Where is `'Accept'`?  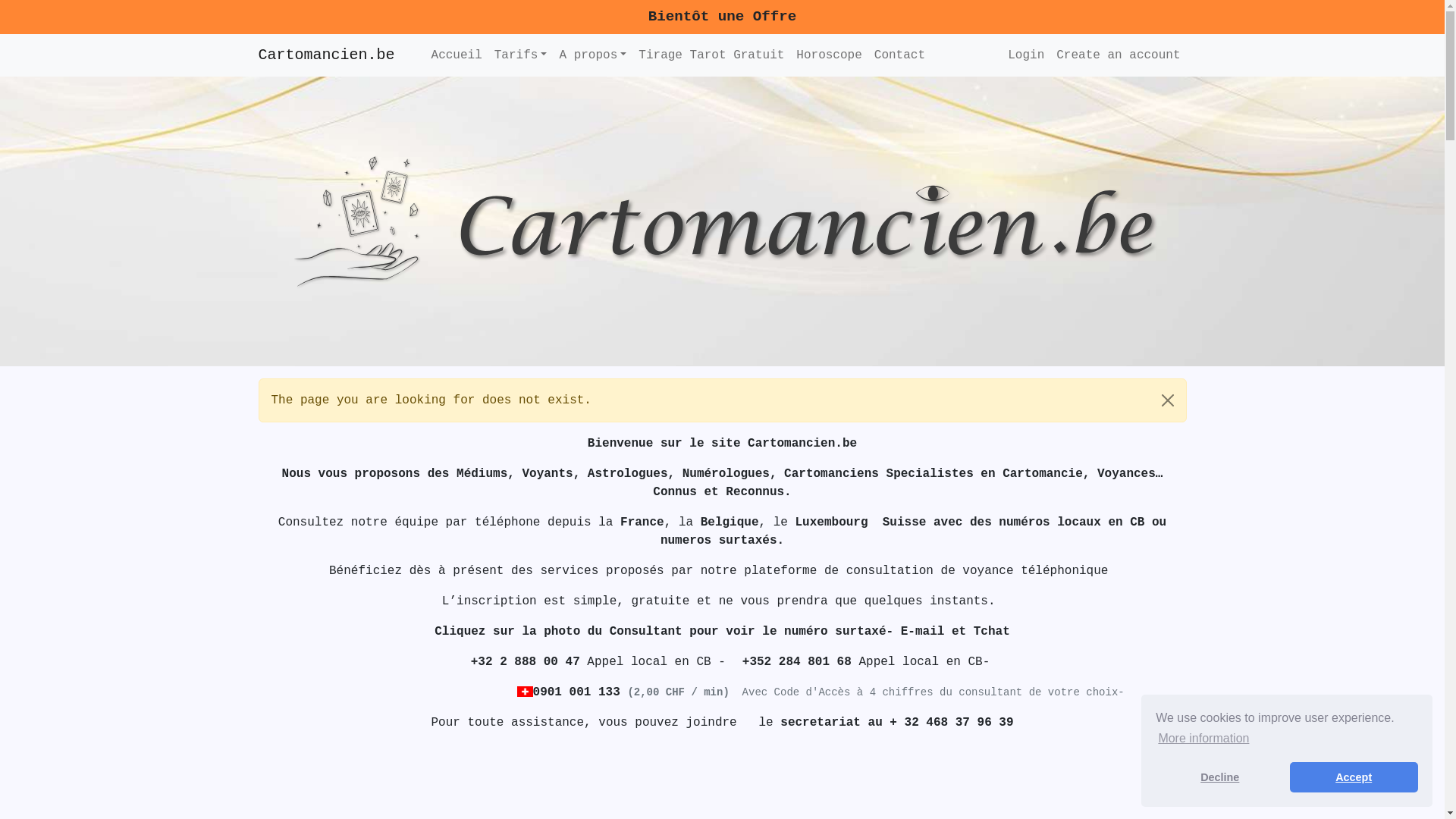 'Accept' is located at coordinates (1354, 777).